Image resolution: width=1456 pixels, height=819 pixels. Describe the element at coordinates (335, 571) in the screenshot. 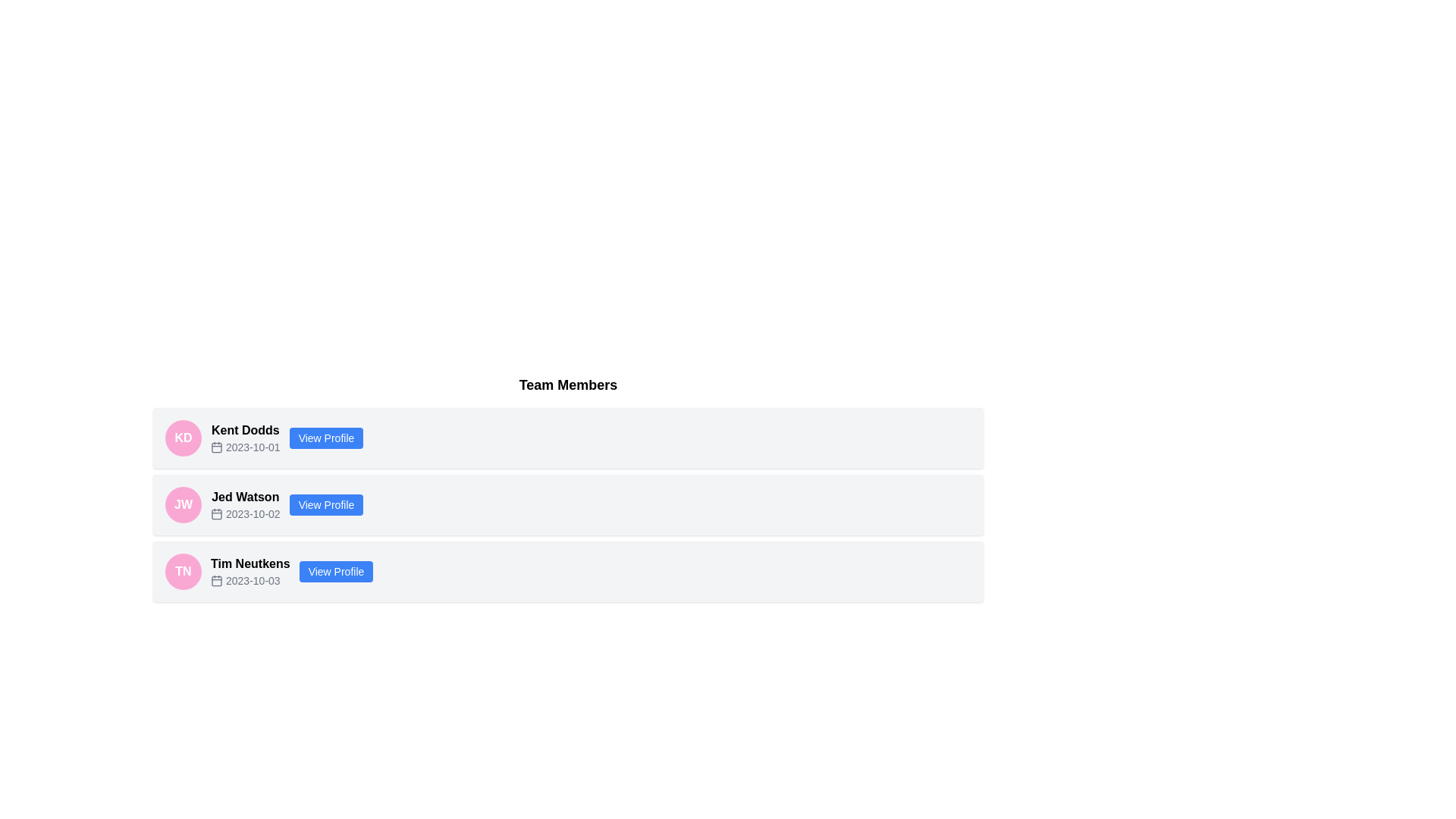

I see `the blue button labeled 'View Profile' to observe its hover effect` at that location.